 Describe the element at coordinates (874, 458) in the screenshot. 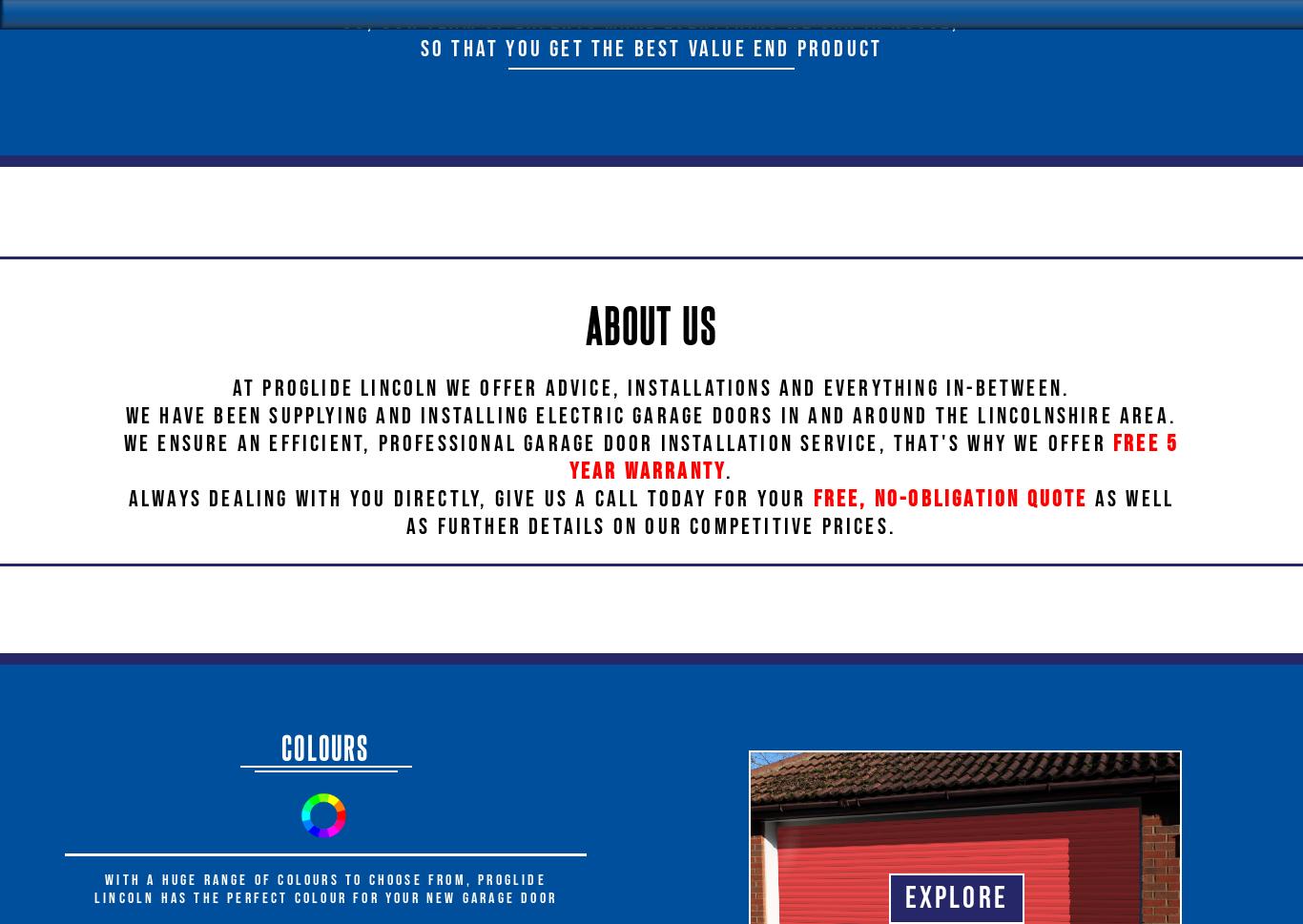

I see `'free 5 year warranty'` at that location.